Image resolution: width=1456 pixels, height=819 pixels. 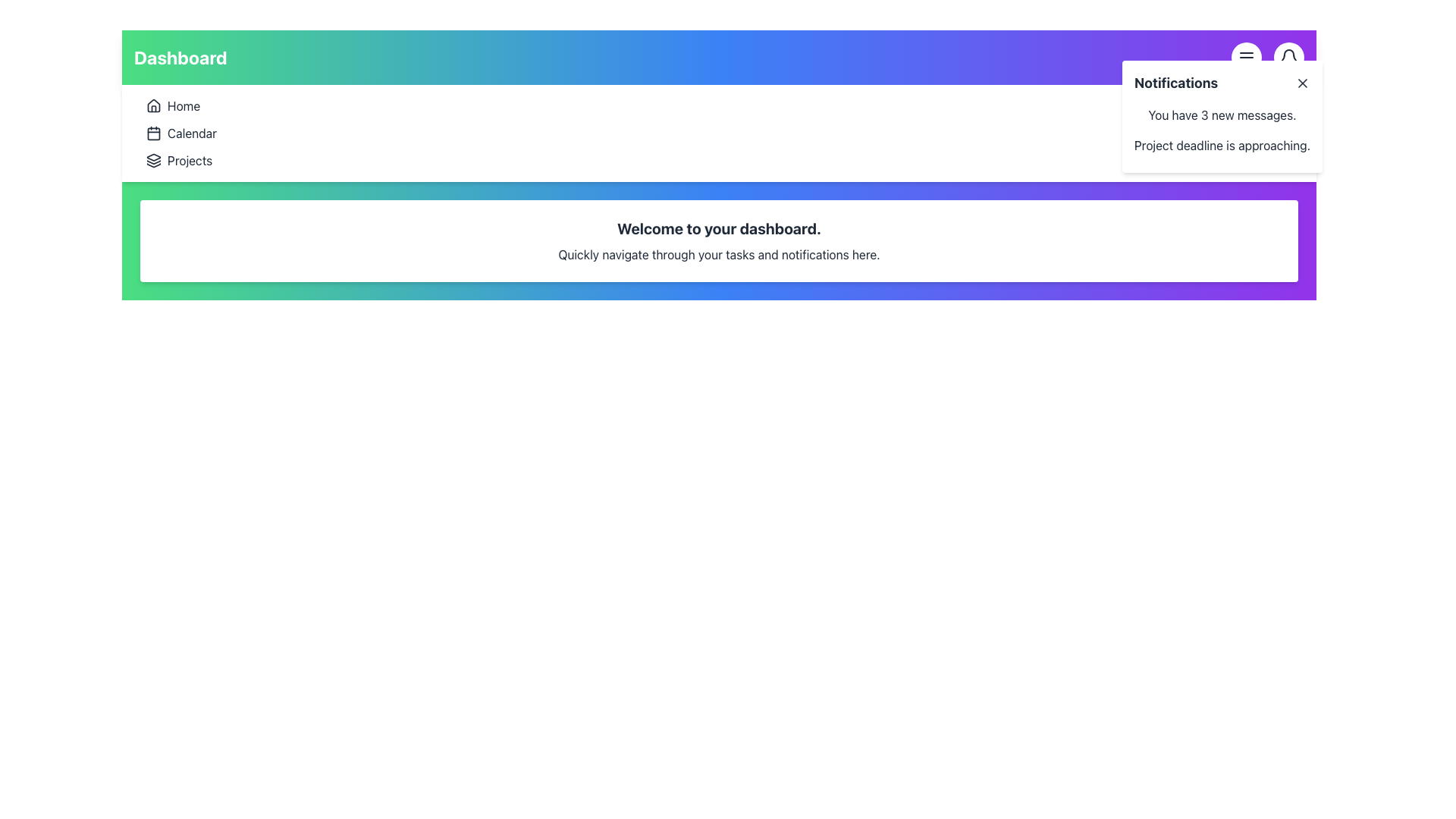 What do you see at coordinates (1302, 83) in the screenshot?
I see `the Close Button Icon, which is a diagonal cross 'X' located in the top right corner of the notification popup box` at bounding box center [1302, 83].